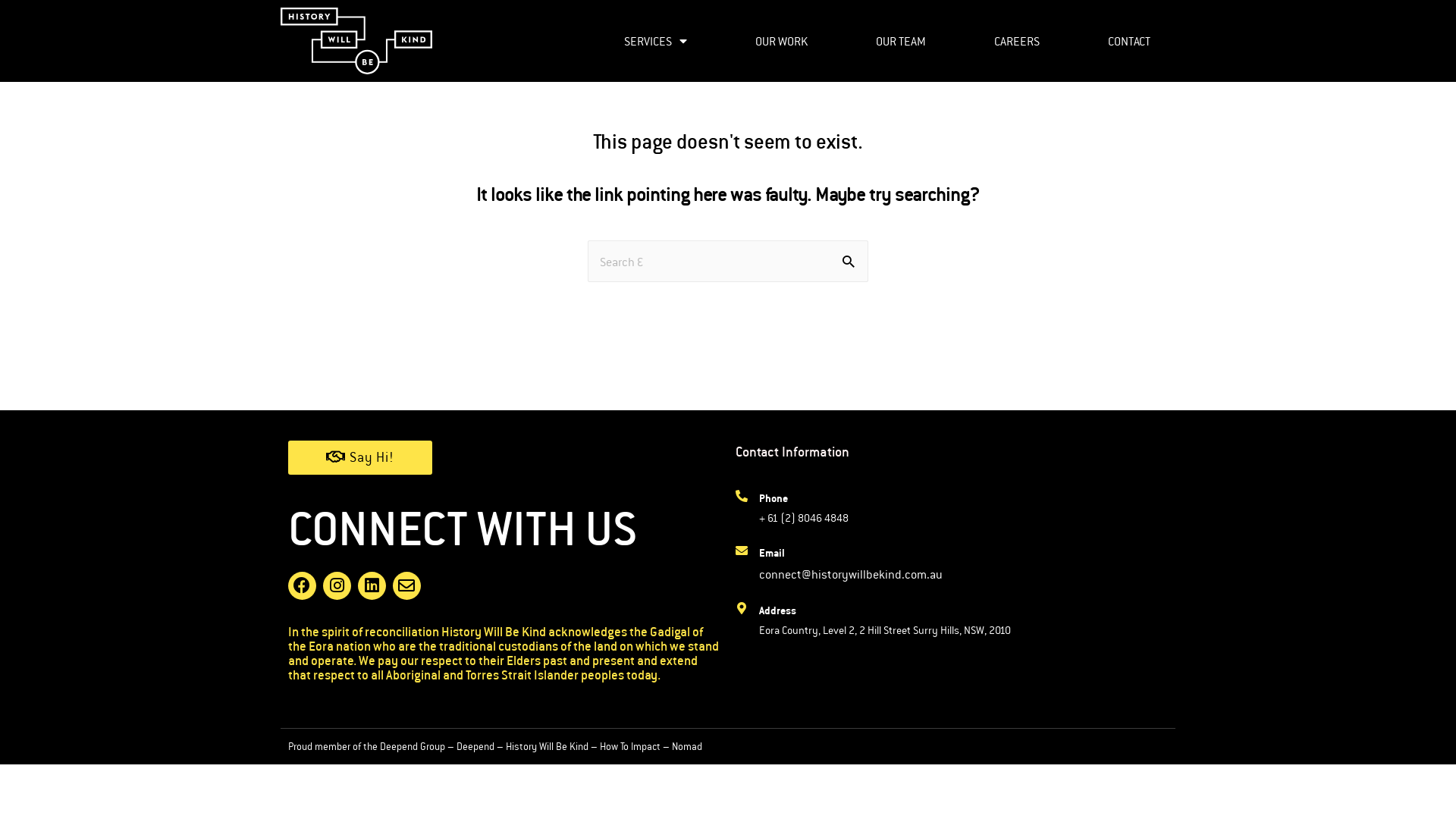  I want to click on 'Deepend Group', so click(379, 745).